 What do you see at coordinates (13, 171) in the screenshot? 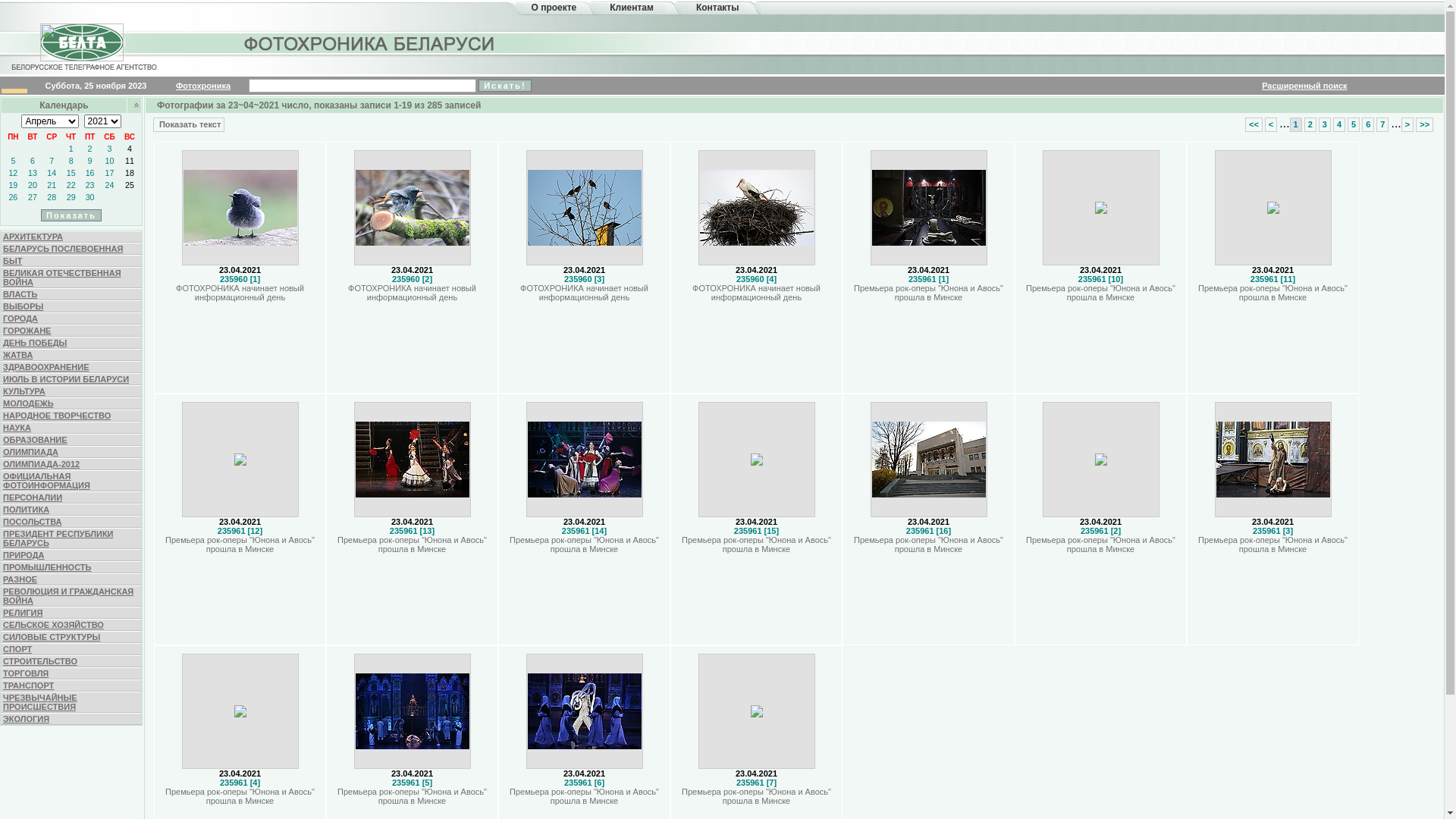
I see `'12'` at bounding box center [13, 171].